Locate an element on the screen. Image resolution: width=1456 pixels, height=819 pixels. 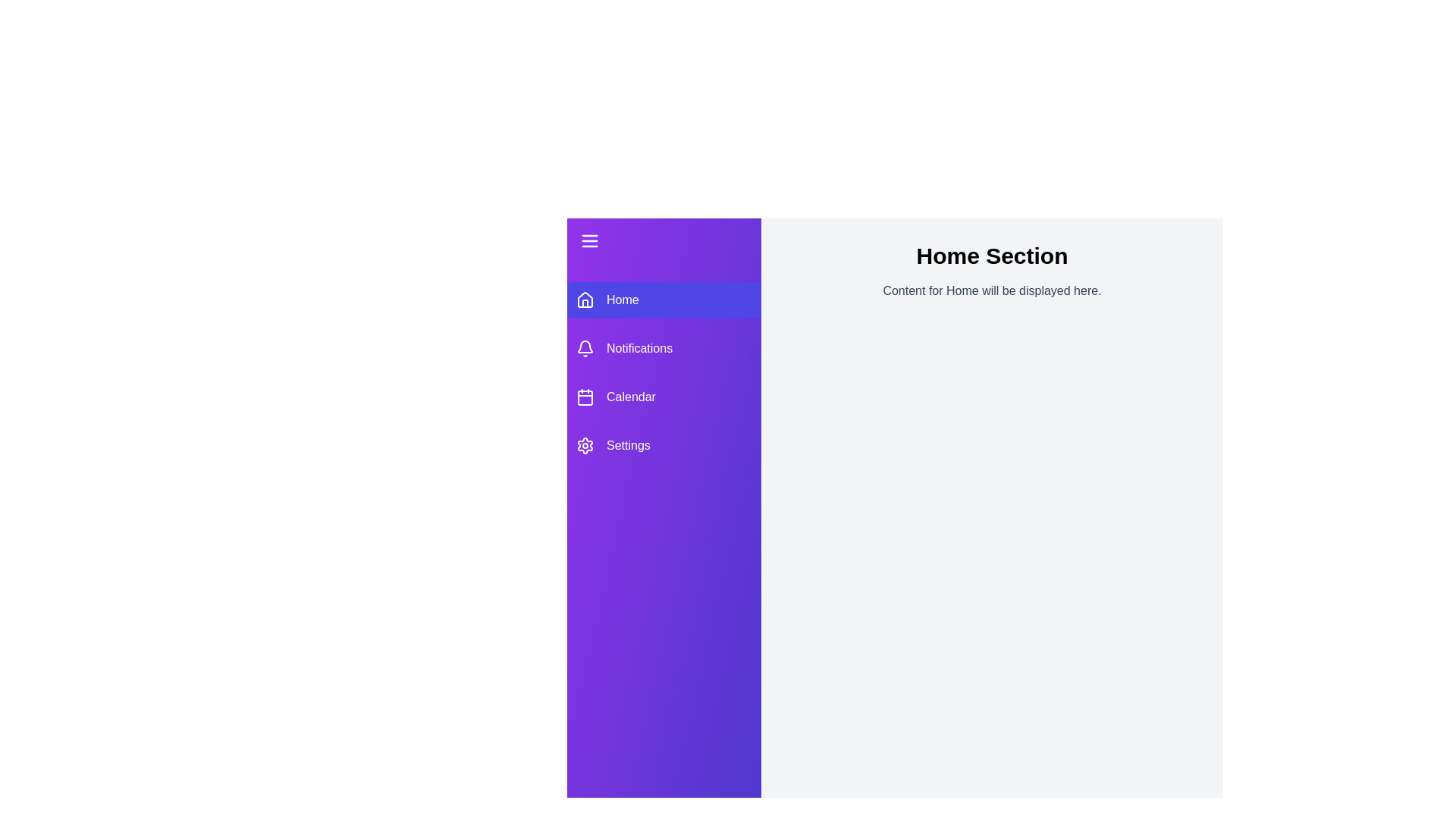
the menu item Notifications in the sidebar is located at coordinates (664, 348).